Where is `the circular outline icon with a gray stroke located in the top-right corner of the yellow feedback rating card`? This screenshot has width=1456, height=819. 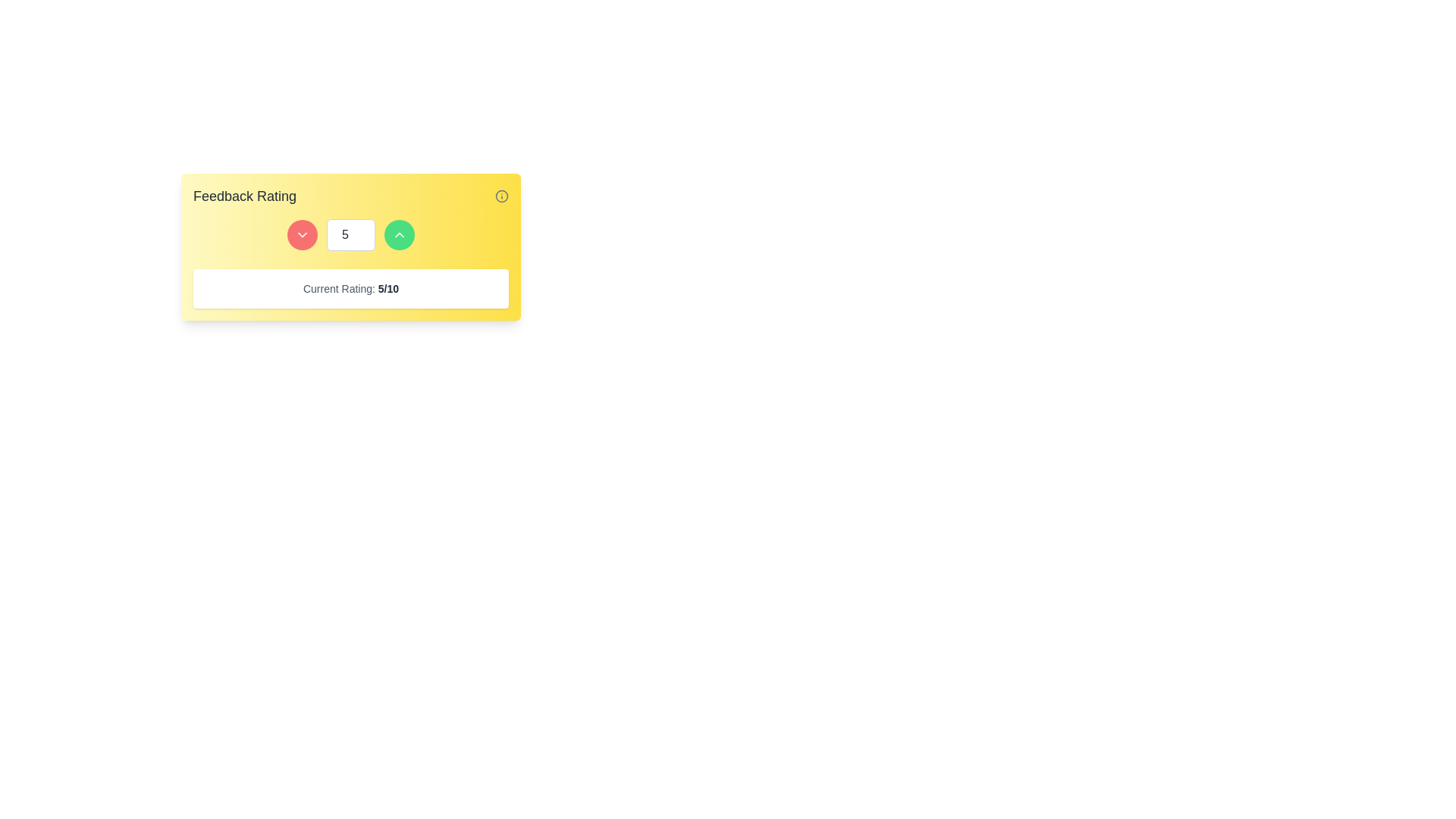 the circular outline icon with a gray stroke located in the top-right corner of the yellow feedback rating card is located at coordinates (502, 195).